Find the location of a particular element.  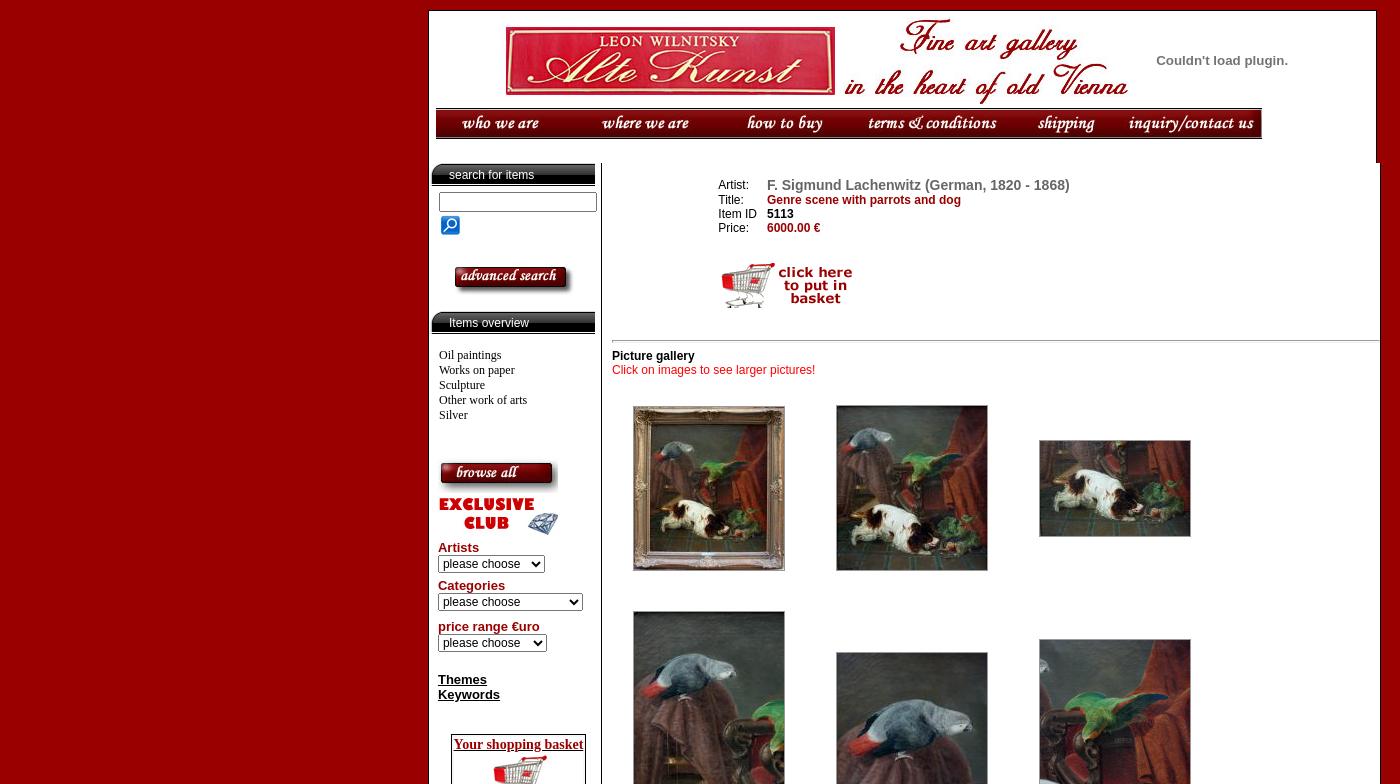

'Title:' is located at coordinates (730, 199).